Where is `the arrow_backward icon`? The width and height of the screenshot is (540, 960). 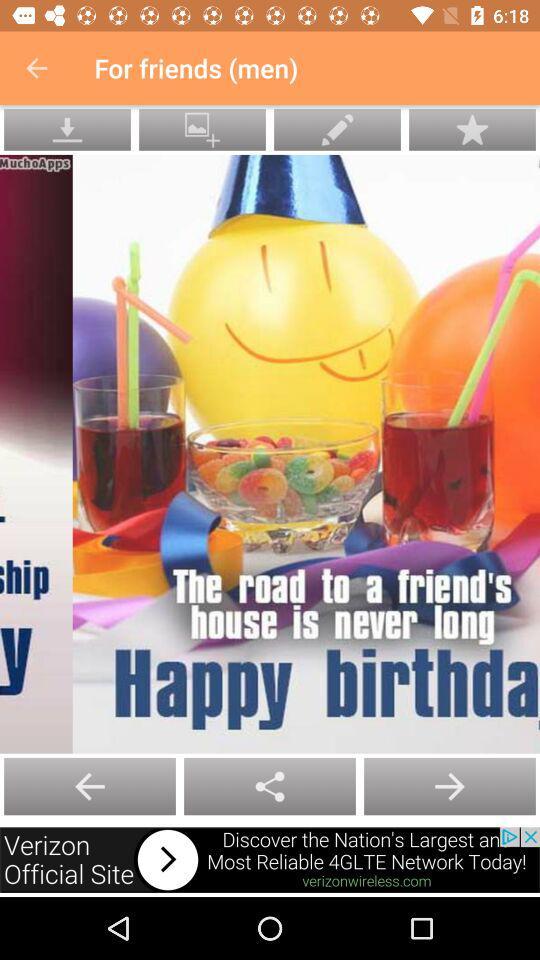
the arrow_backward icon is located at coordinates (270, 786).